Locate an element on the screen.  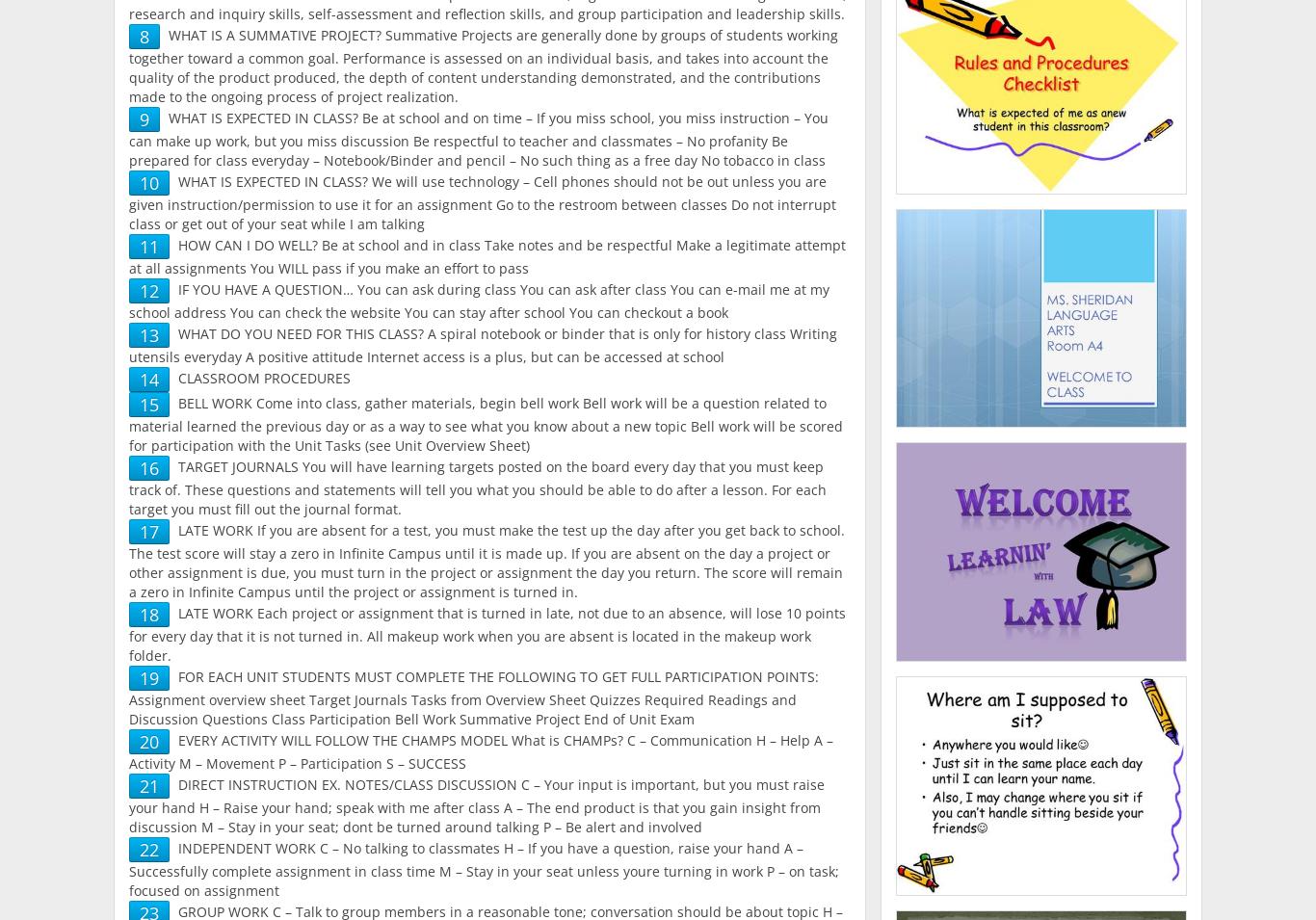
'Rules and Procedures Checklist' is located at coordinates (1040, 87).